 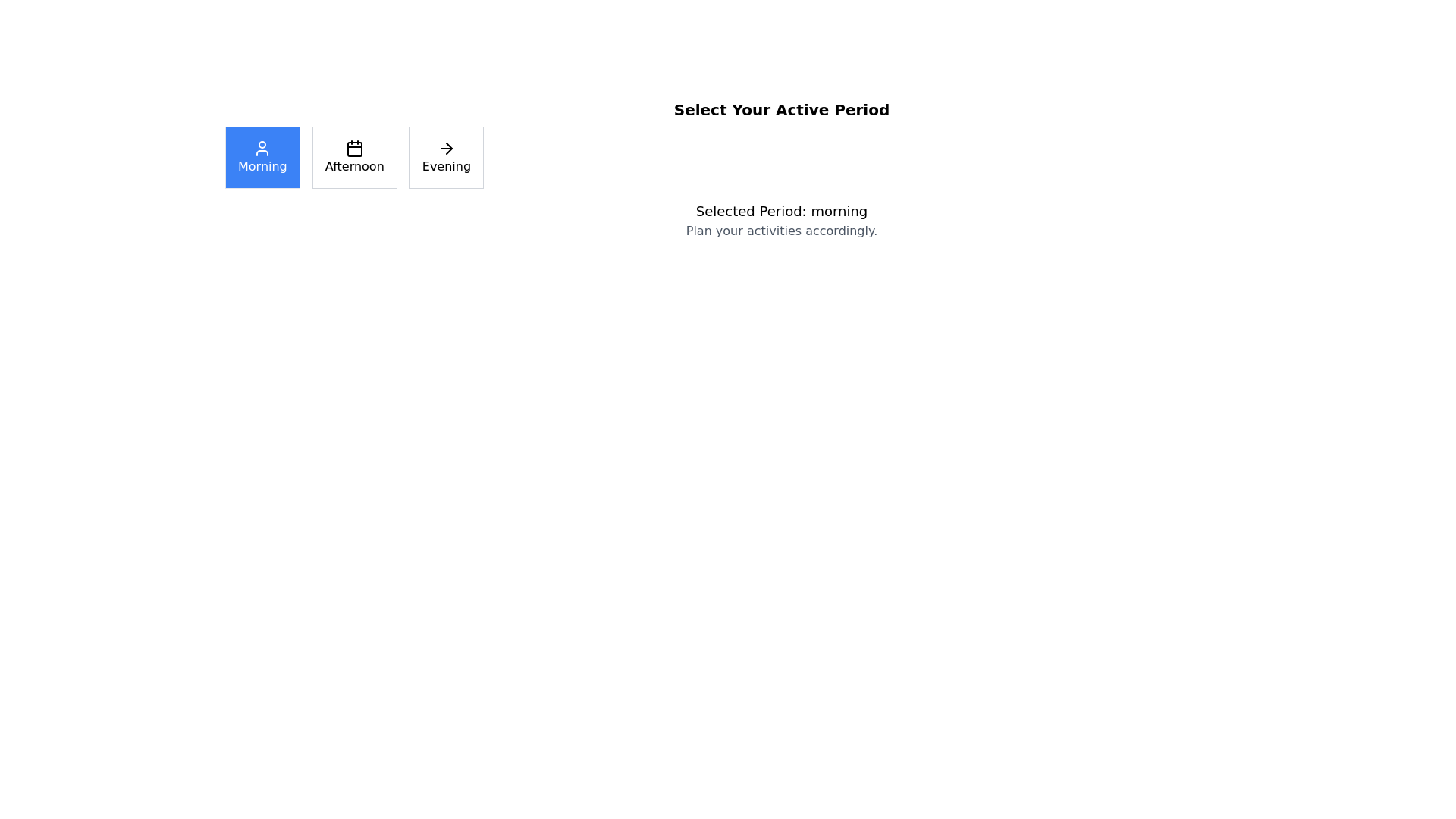 I want to click on the informational text displaying 'Selected Period: morning' and 'Plan your activities accordingly.' which is located beneath the selection options for 'Morning,' 'Afternoon,' and 'Evening', so click(x=782, y=220).